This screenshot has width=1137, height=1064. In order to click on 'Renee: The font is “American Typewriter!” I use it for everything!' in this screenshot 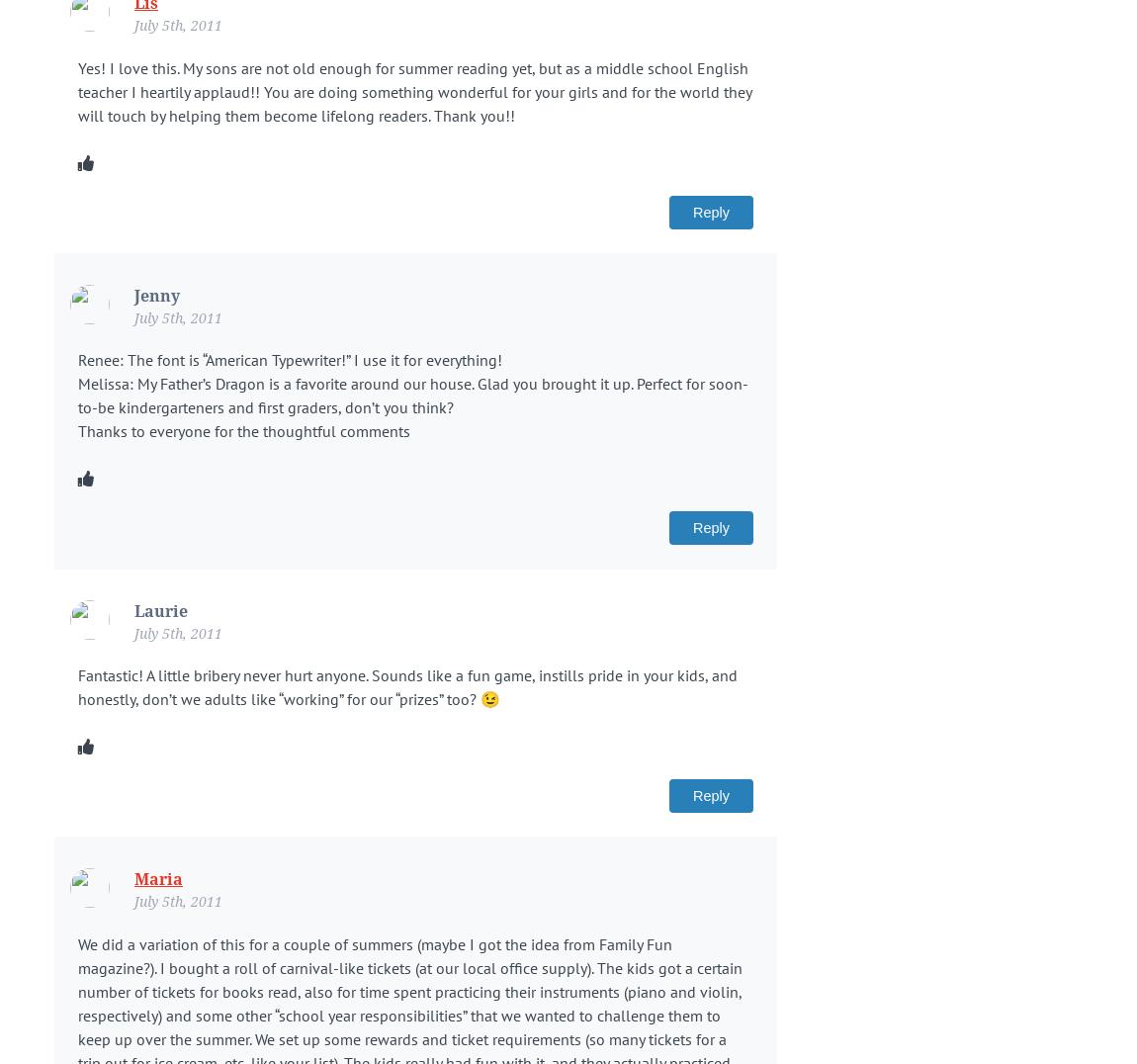, I will do `click(77, 359)`.